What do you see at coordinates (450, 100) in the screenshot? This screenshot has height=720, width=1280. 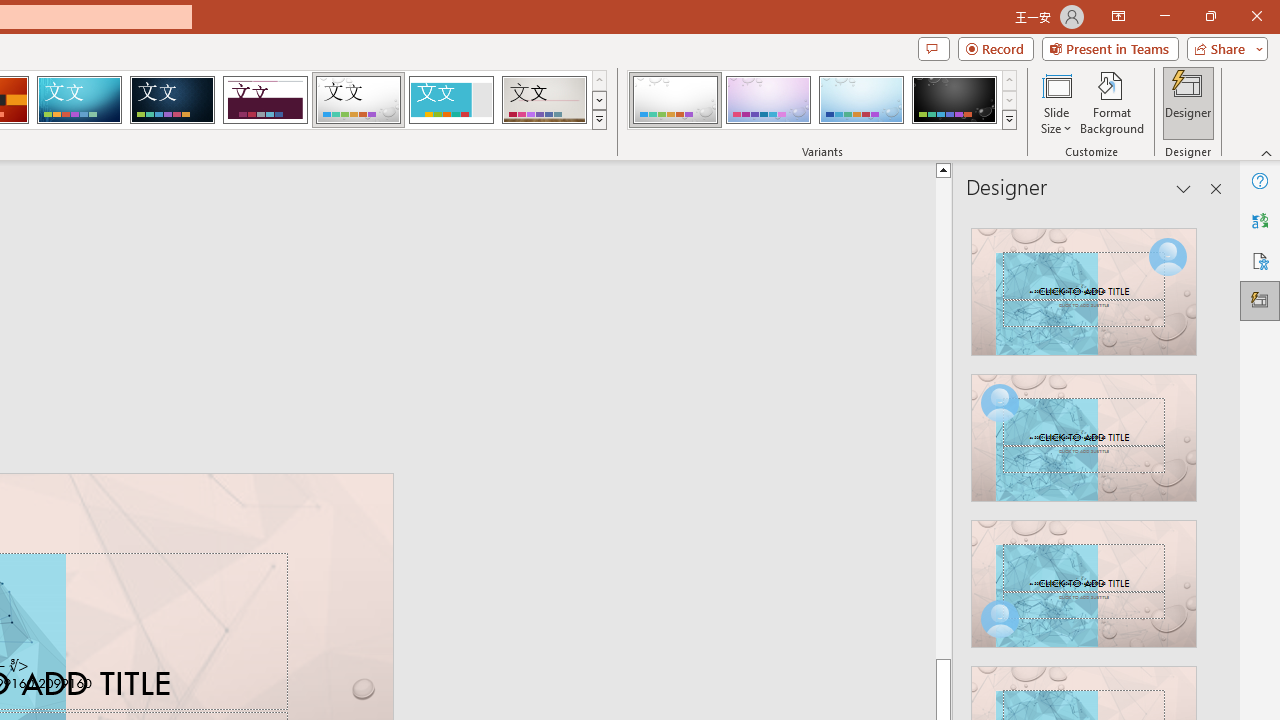 I see `'Frame'` at bounding box center [450, 100].